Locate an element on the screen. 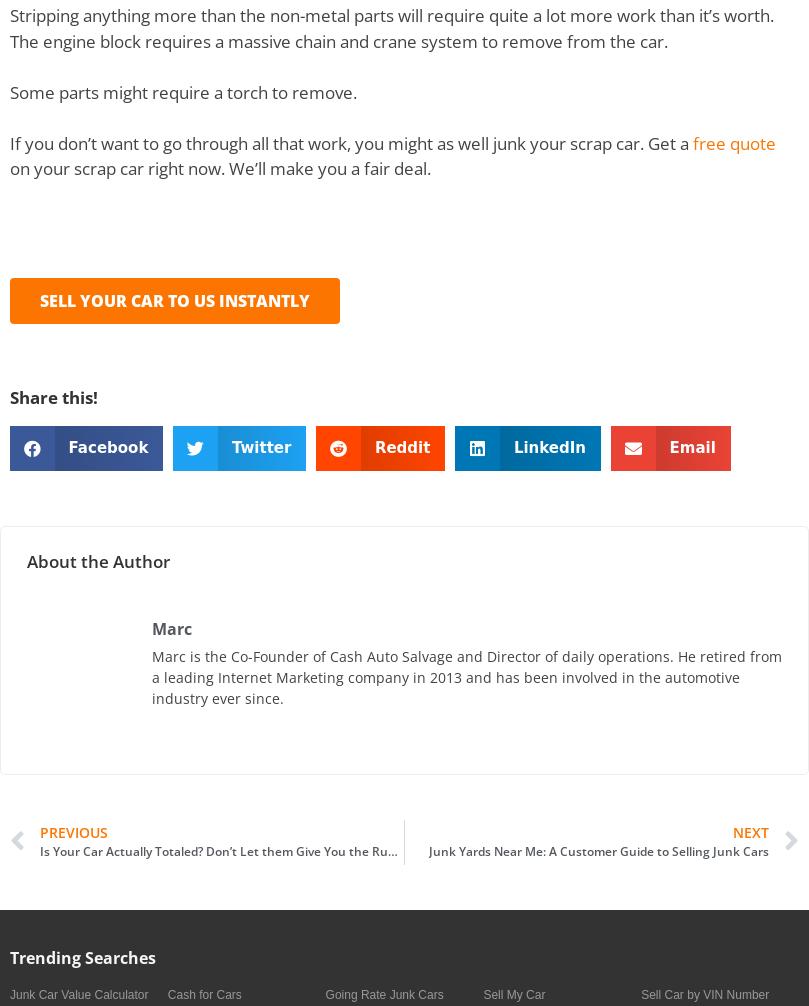  'Next' is located at coordinates (749, 830).